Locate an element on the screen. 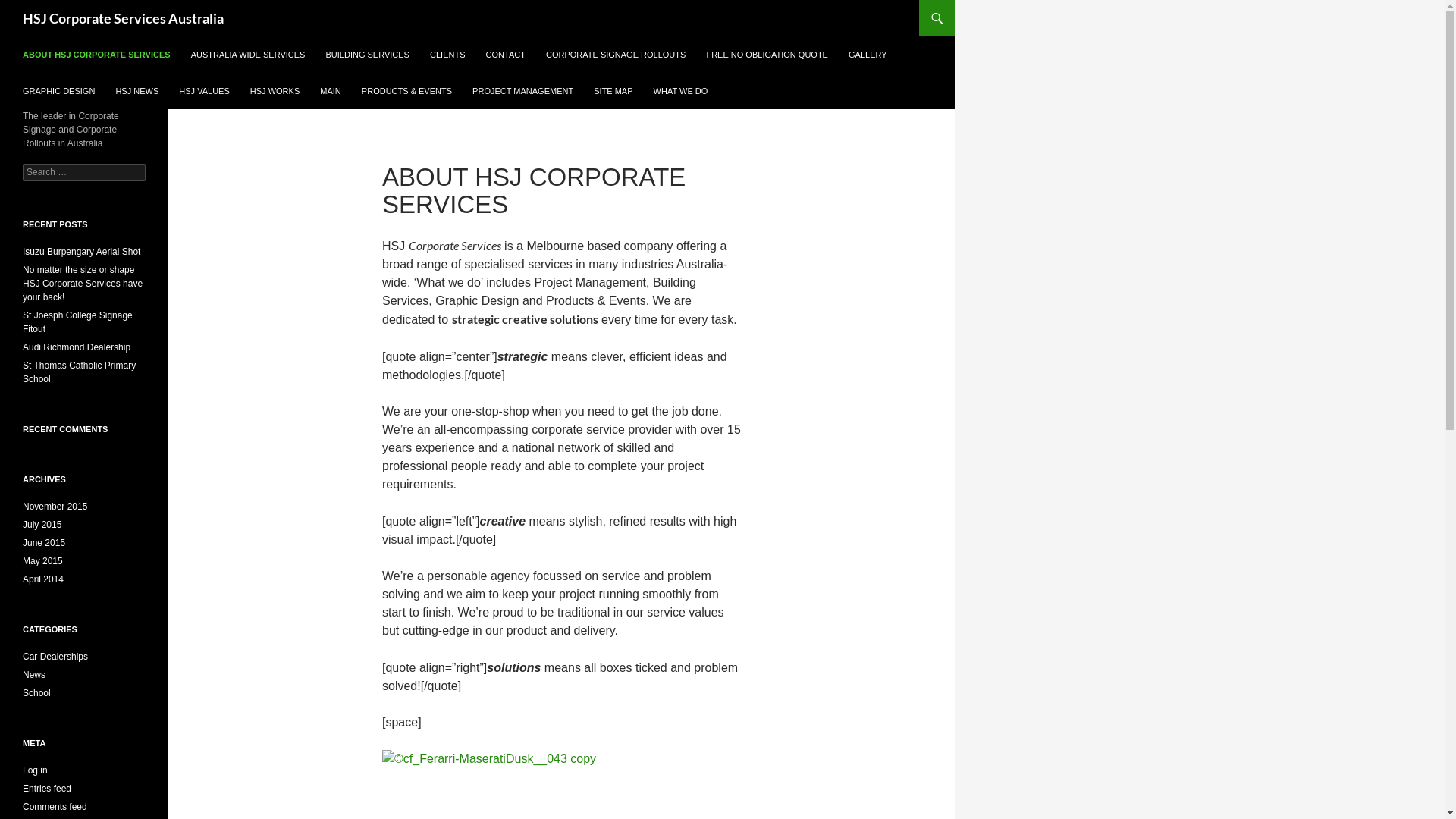  'May 2015' is located at coordinates (42, 561).